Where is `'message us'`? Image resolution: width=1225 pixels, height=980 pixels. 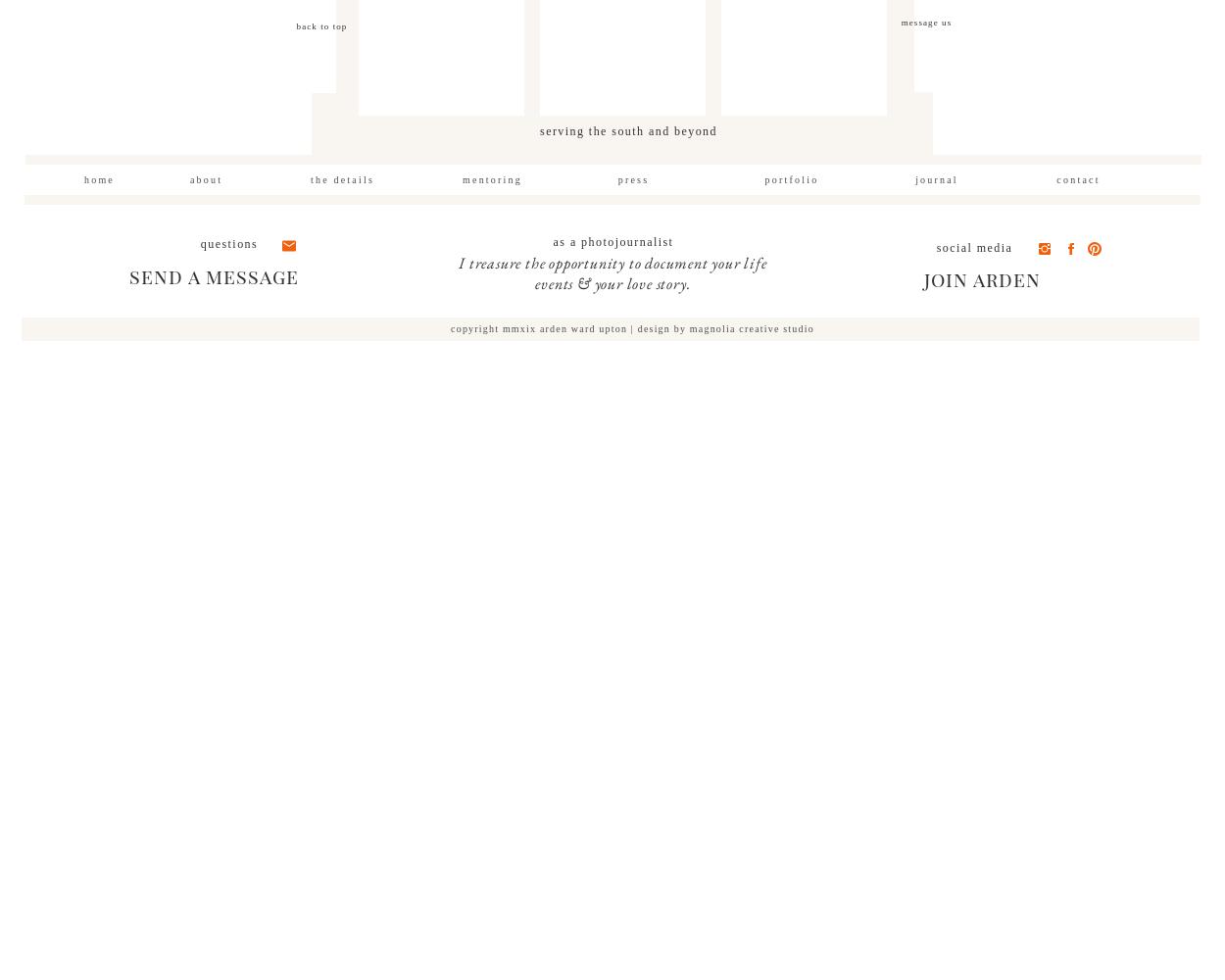 'message us' is located at coordinates (925, 23).